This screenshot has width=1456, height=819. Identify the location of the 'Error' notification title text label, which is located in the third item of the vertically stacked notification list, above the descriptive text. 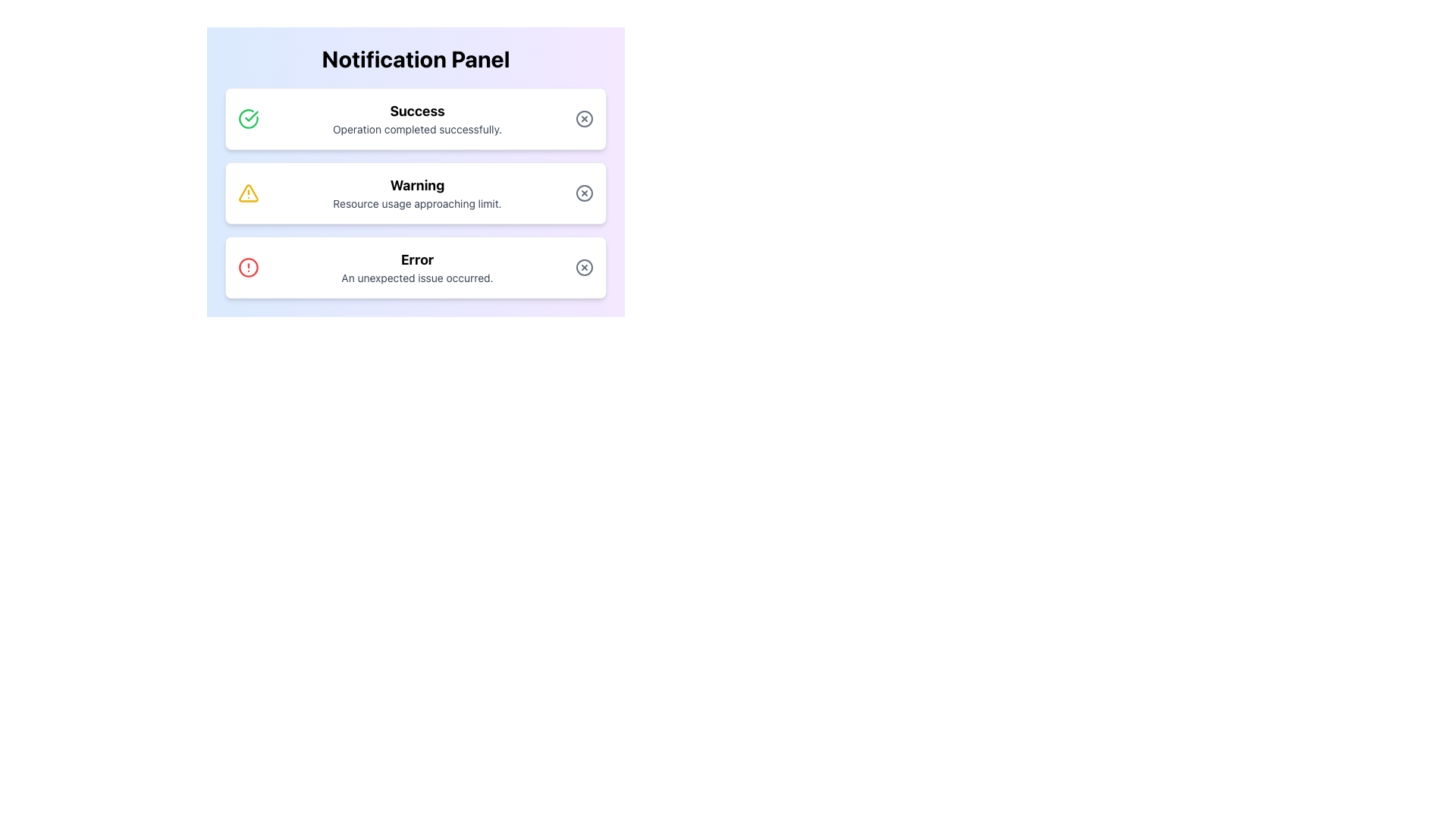
(417, 259).